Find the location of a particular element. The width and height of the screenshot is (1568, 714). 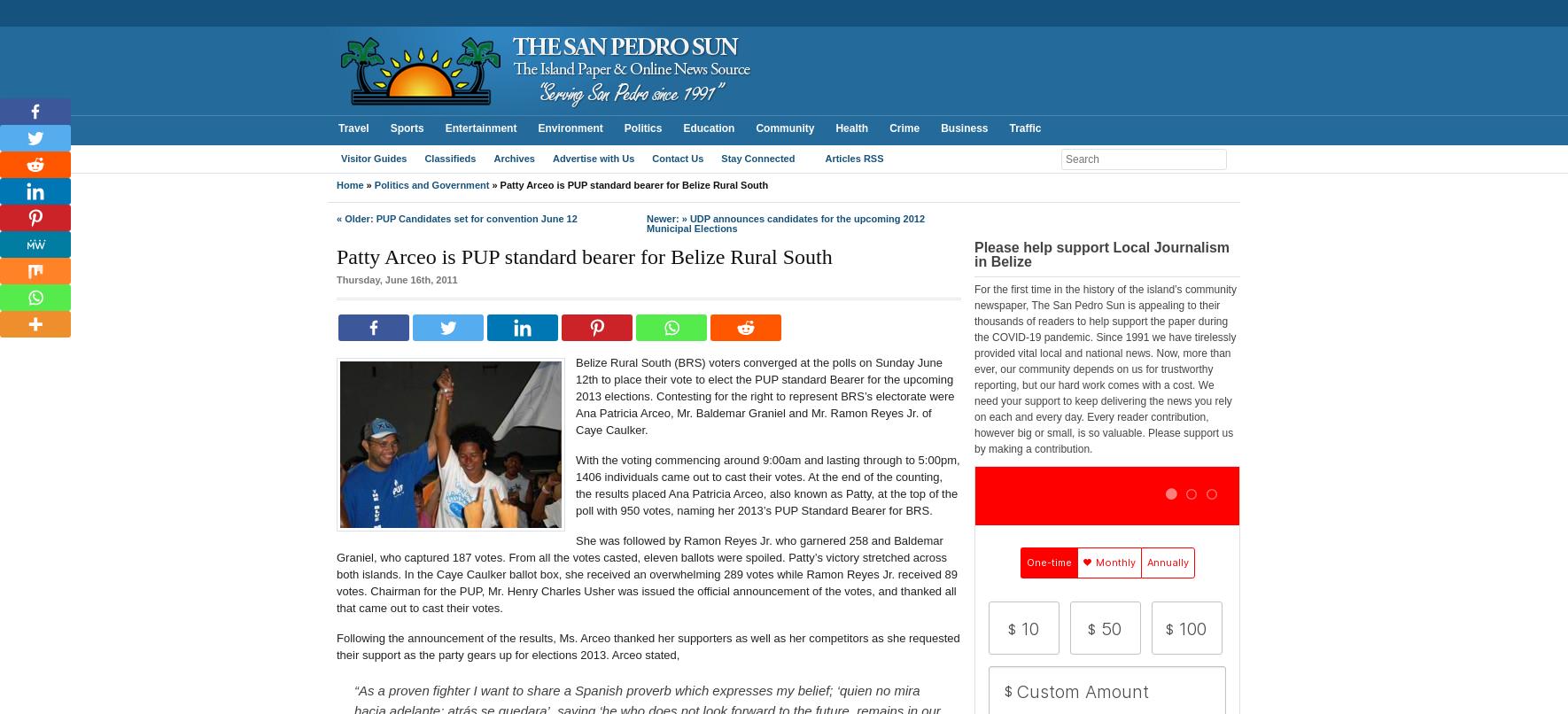

'Visitor Guides' is located at coordinates (339, 159).